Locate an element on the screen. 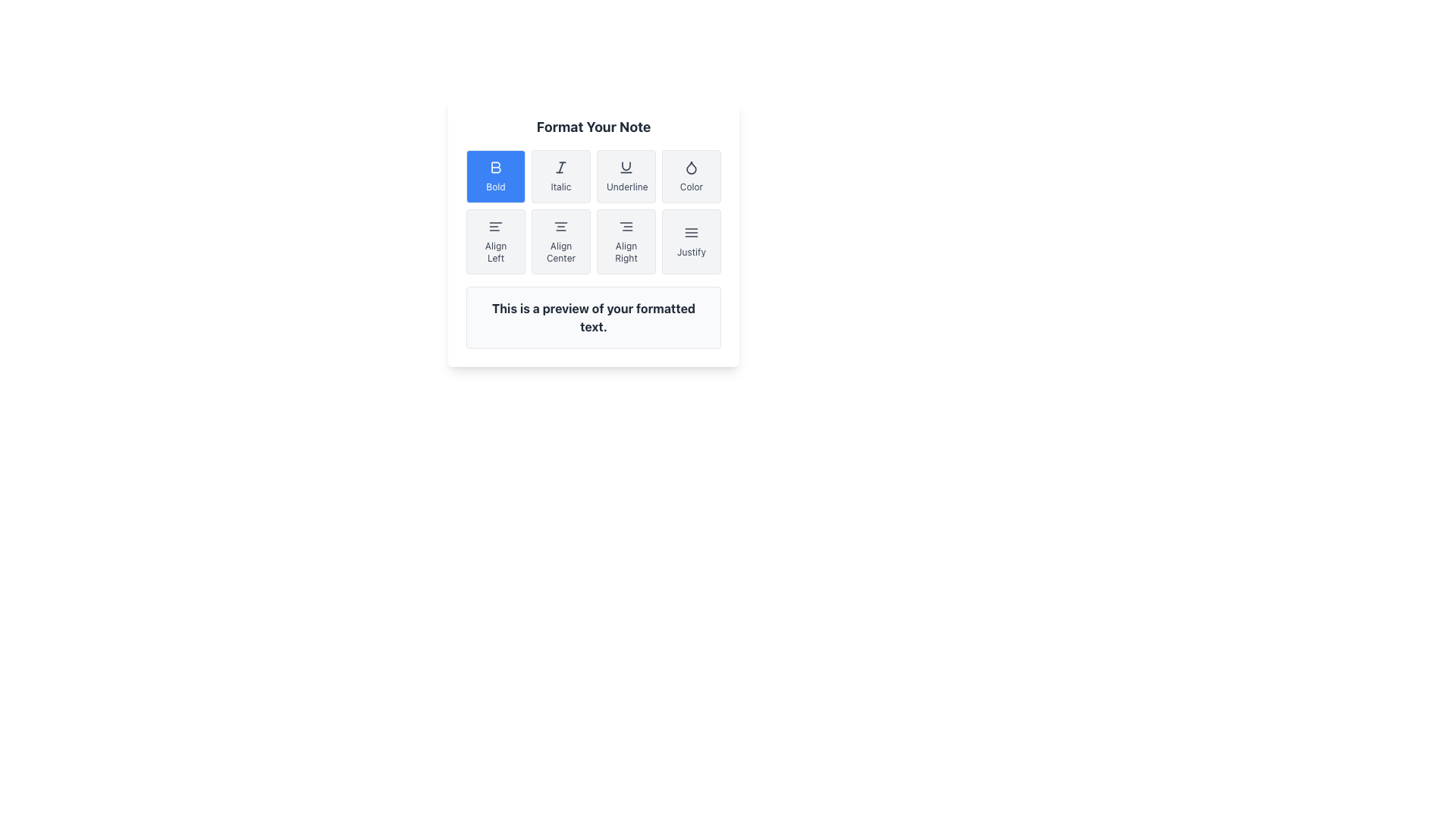  the 'U'-shaped underline icon located in the third column and first row of the 'Format Your Note' toolbar is located at coordinates (626, 166).